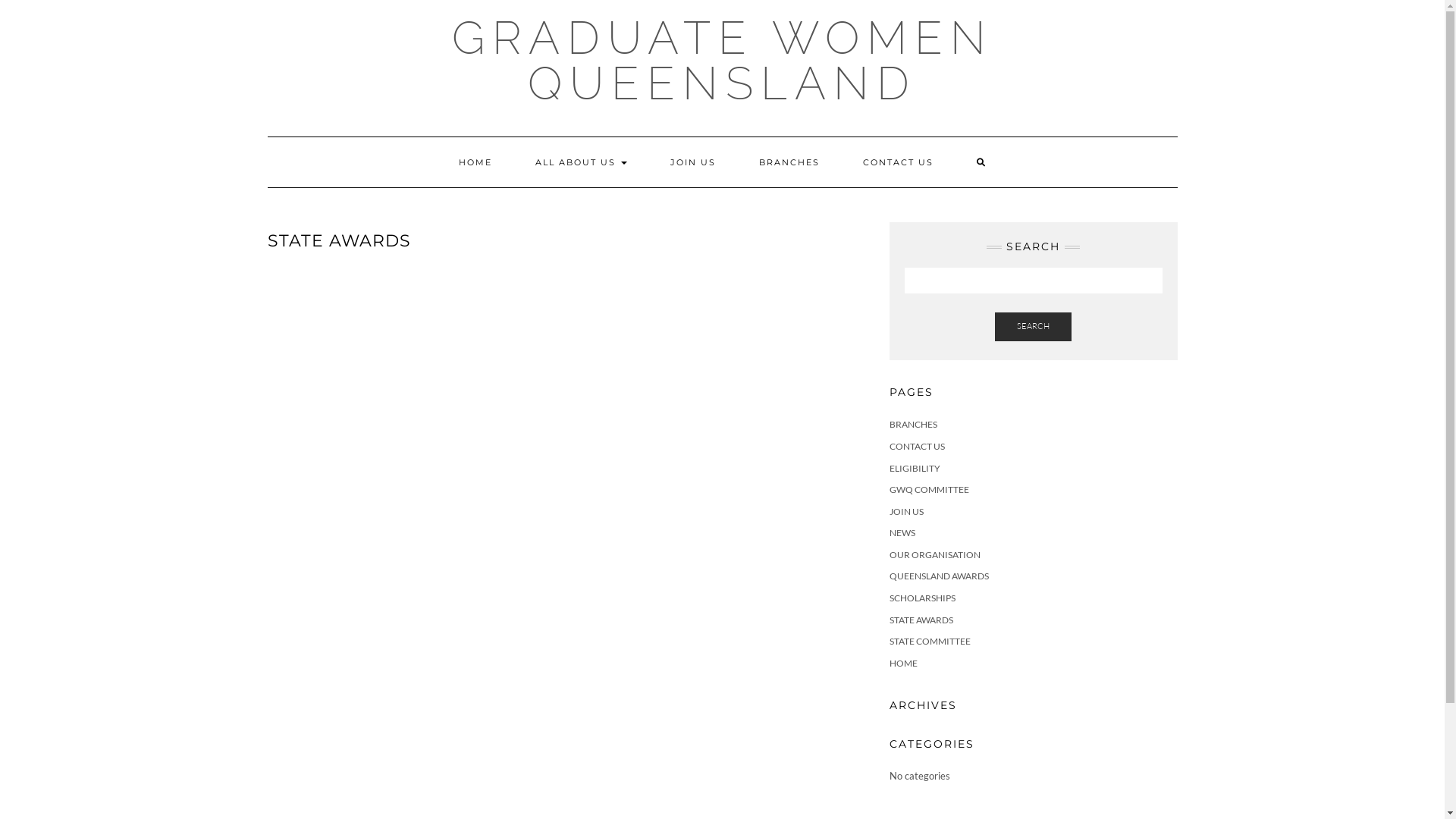 The image size is (1456, 819). I want to click on 'STATE COMMITTEE', so click(928, 641).